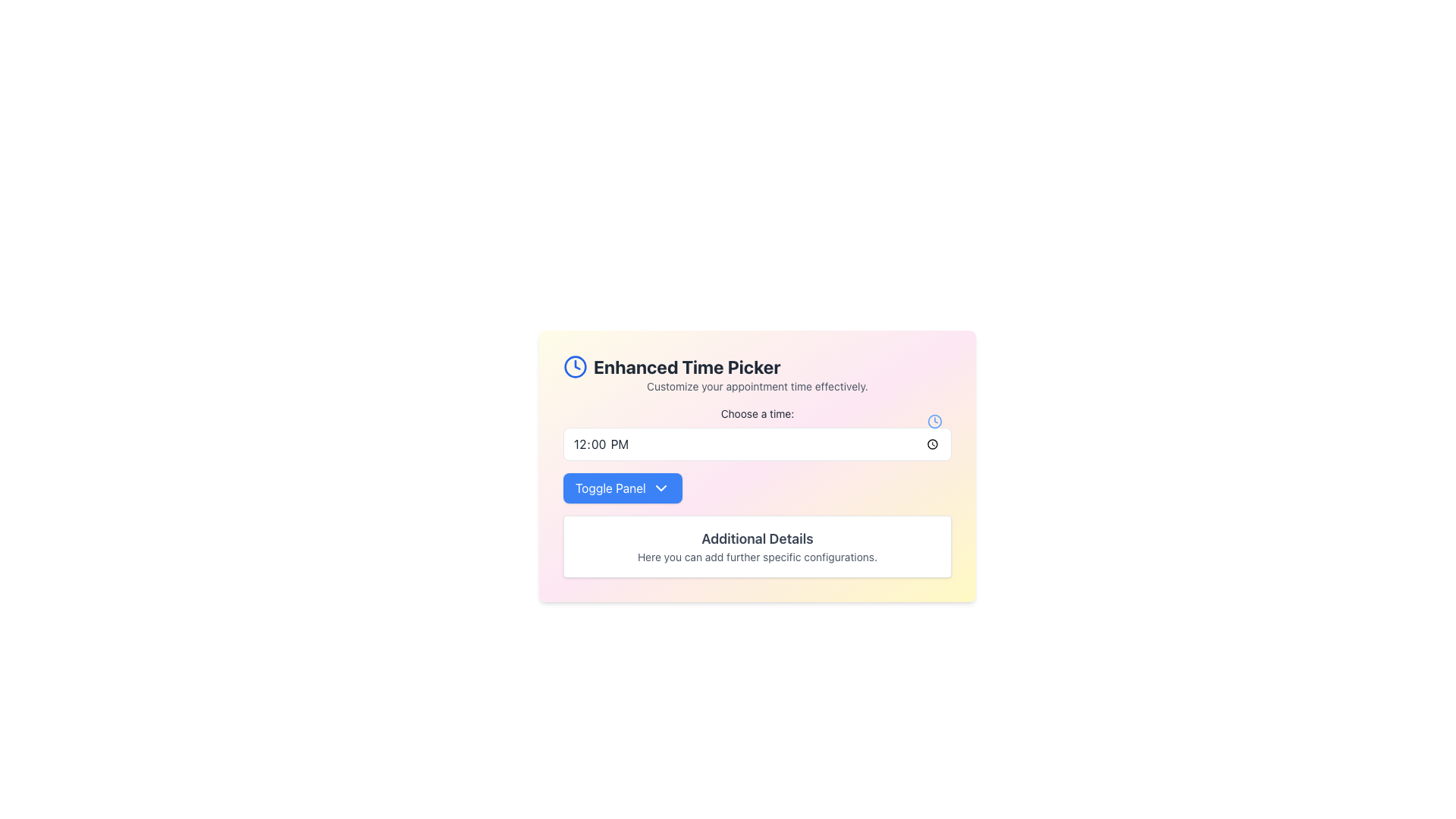 This screenshot has height=819, width=1456. I want to click on the static informational text that provides additional context or instructions related to the 'Additional Details' section, located beneath the heading 'Additional Details', so click(757, 557).